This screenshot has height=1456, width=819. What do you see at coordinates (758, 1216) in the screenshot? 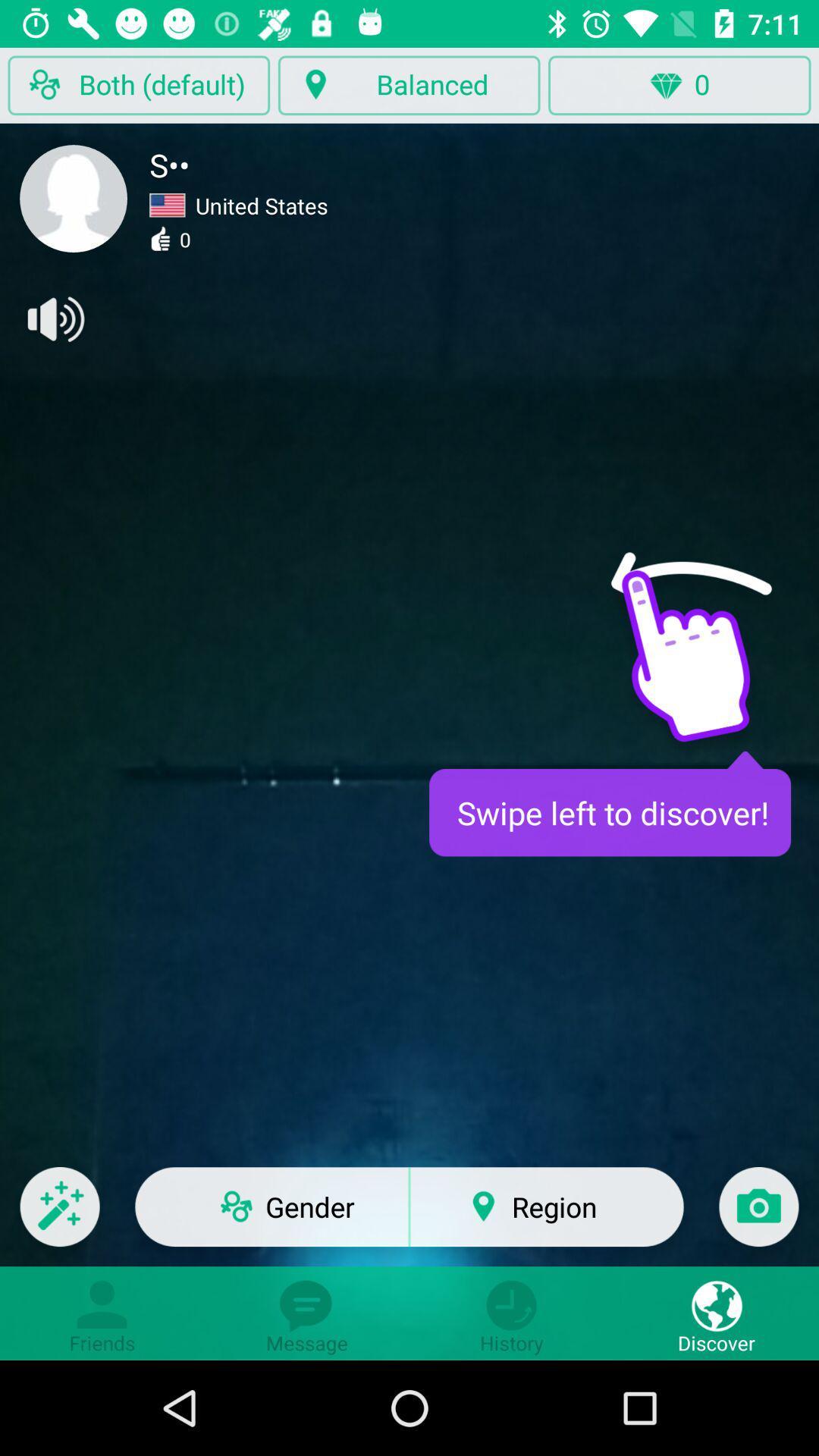
I see `the item to the right of region` at bounding box center [758, 1216].